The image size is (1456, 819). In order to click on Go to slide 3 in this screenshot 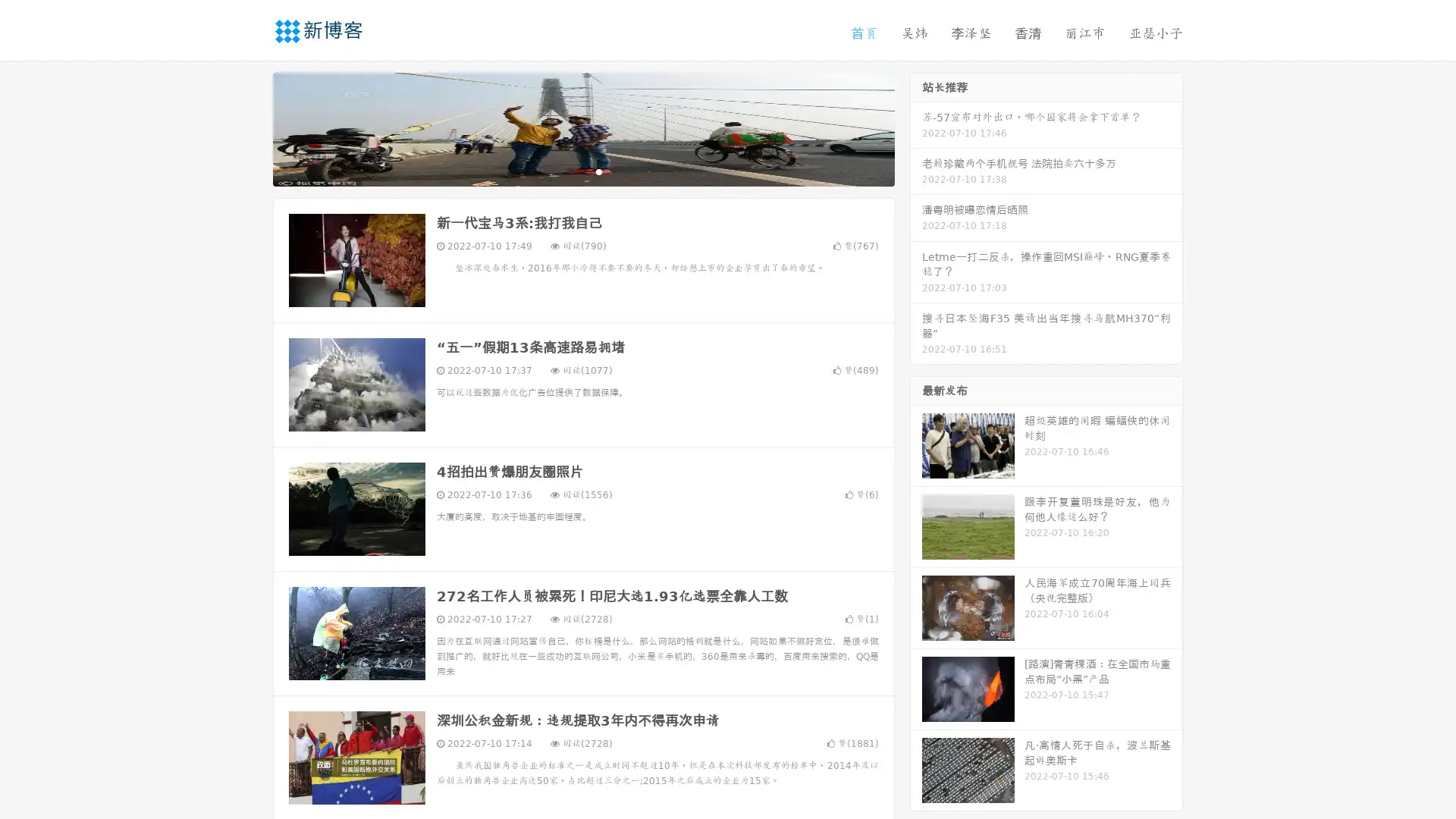, I will do `click(598, 171)`.